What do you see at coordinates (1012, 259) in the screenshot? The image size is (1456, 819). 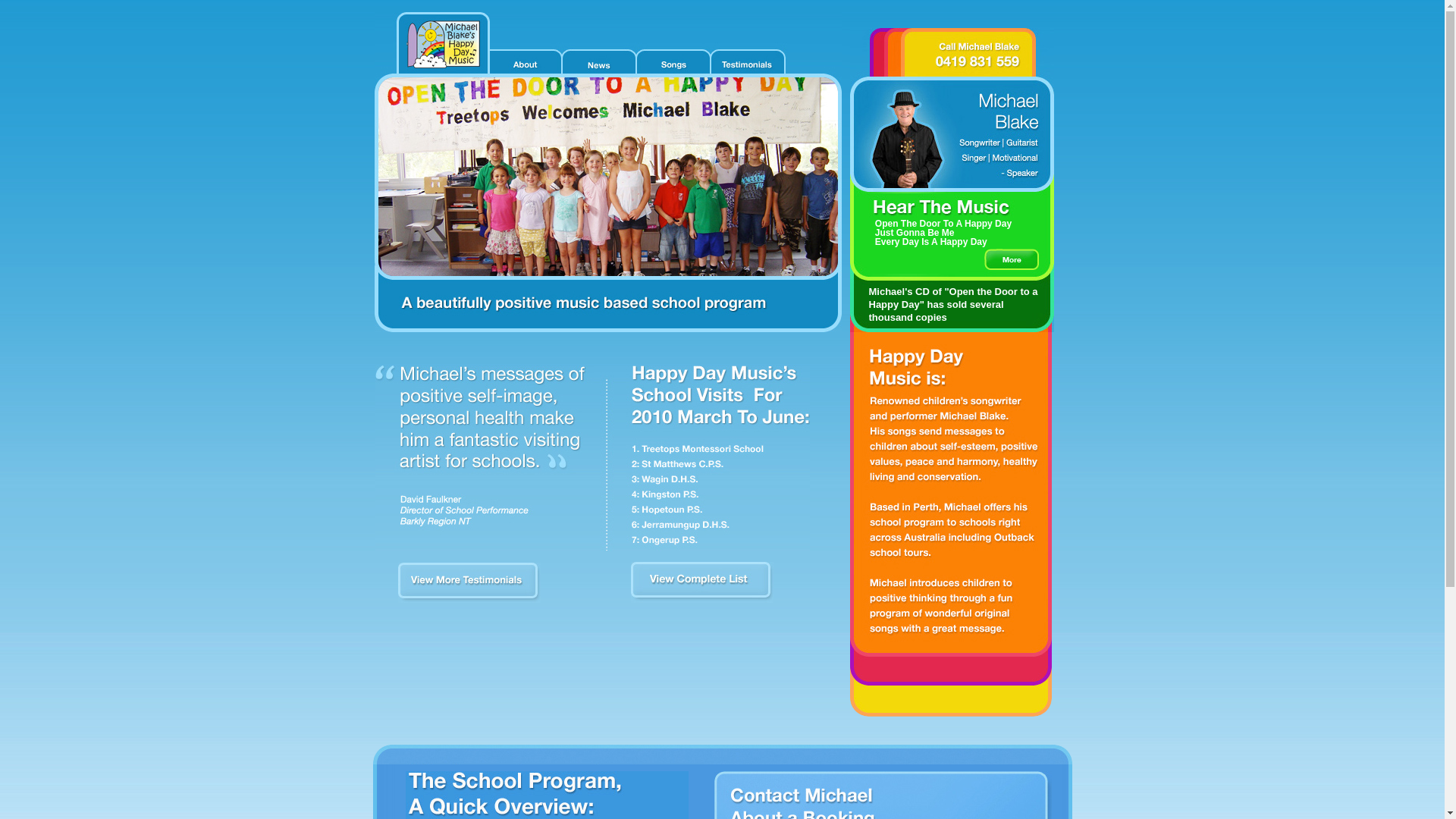 I see `'More...'` at bounding box center [1012, 259].